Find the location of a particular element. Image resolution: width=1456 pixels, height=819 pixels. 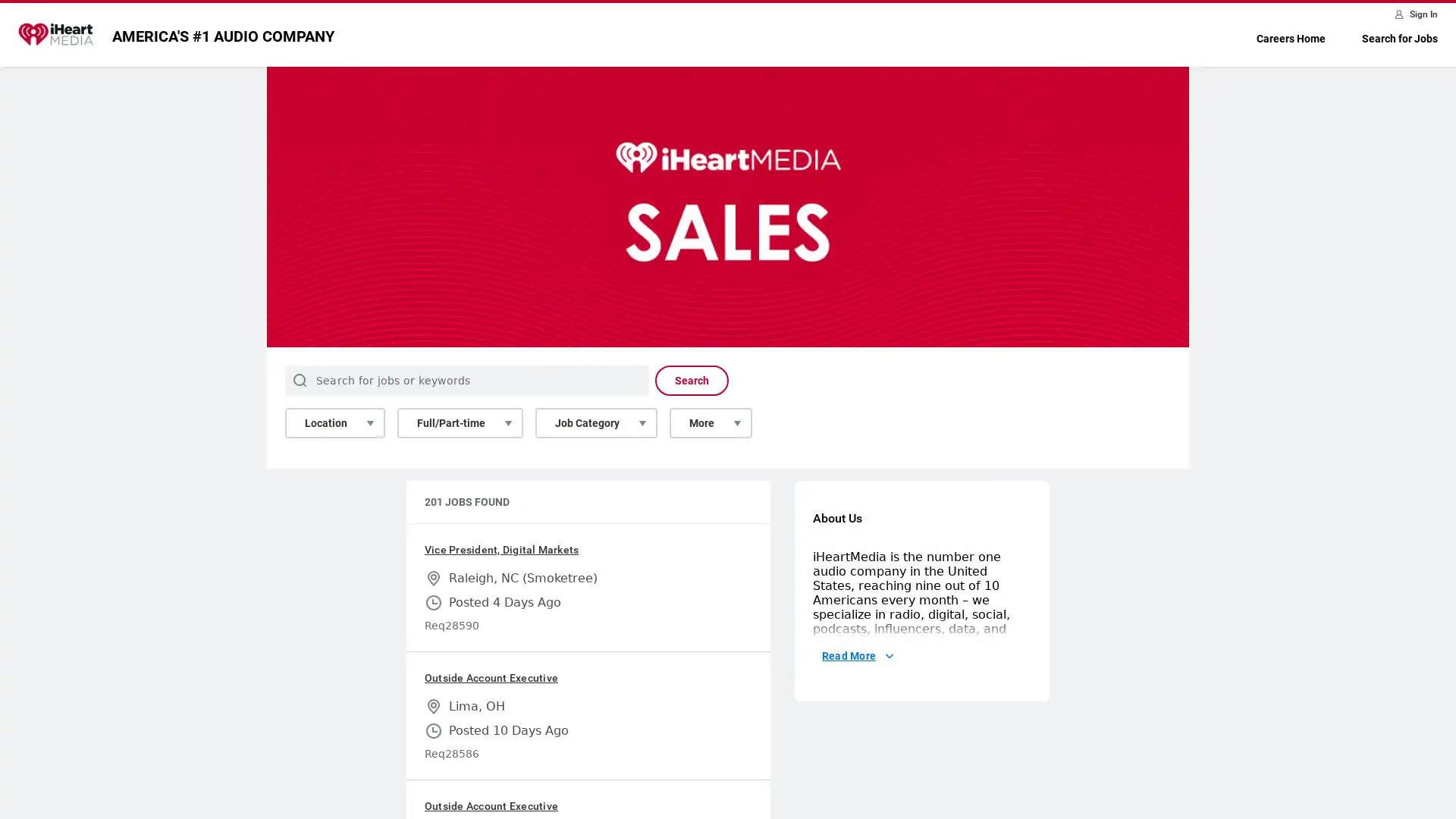

Location is located at coordinates (334, 423).